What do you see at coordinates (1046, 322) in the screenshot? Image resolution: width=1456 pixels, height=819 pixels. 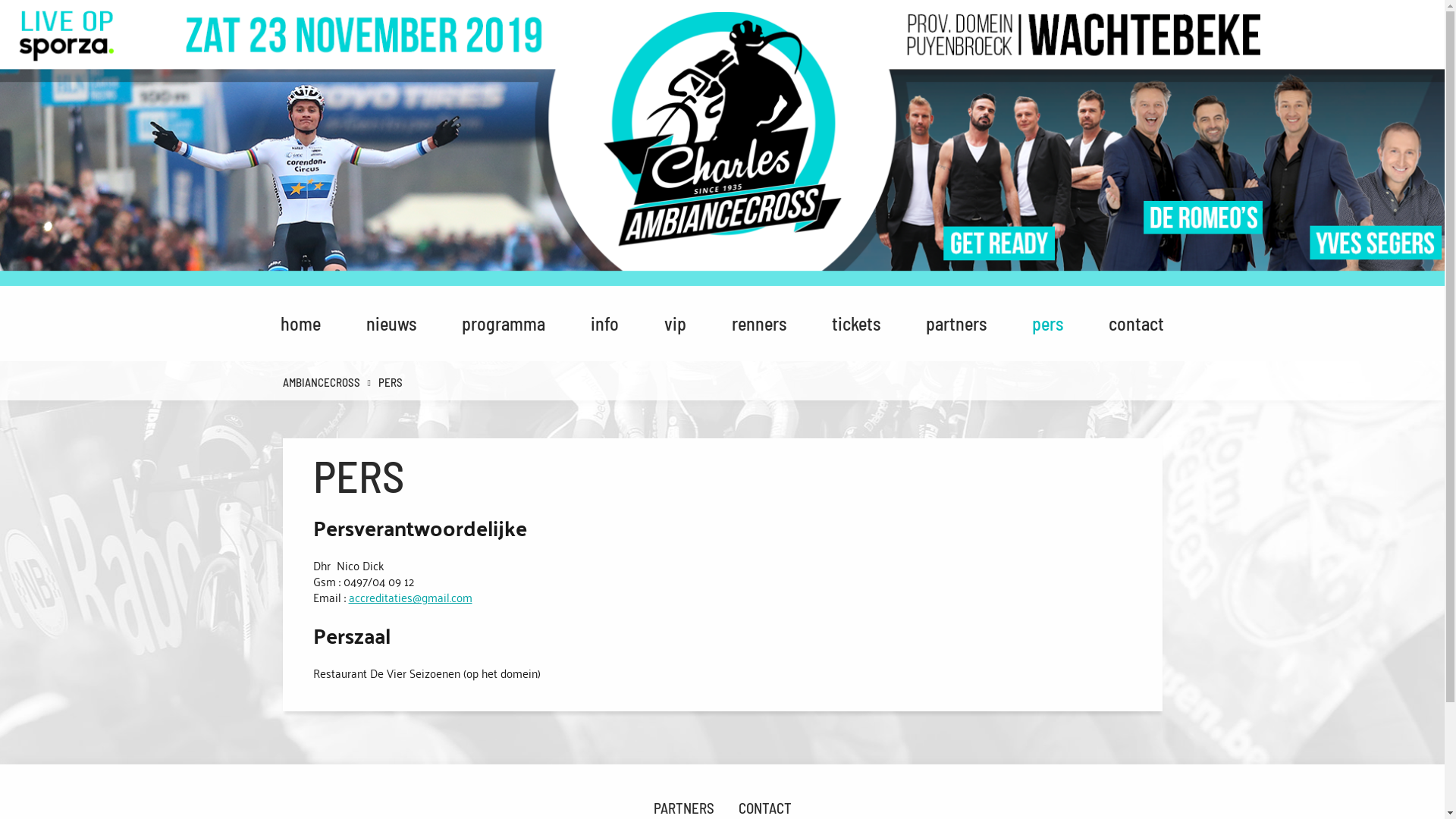 I see `'pers'` at bounding box center [1046, 322].